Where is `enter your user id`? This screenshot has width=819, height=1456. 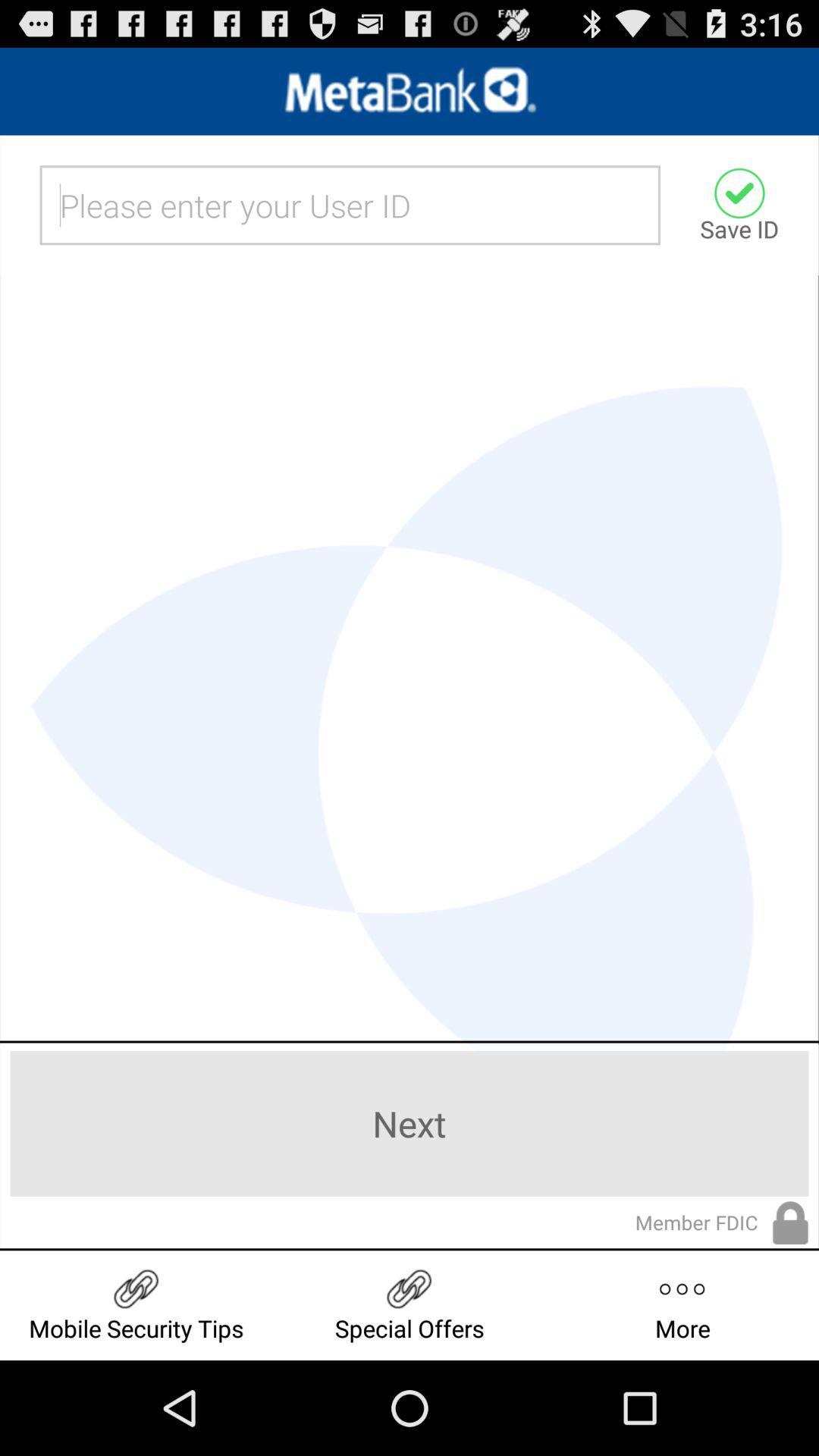 enter your user id is located at coordinates (350, 204).